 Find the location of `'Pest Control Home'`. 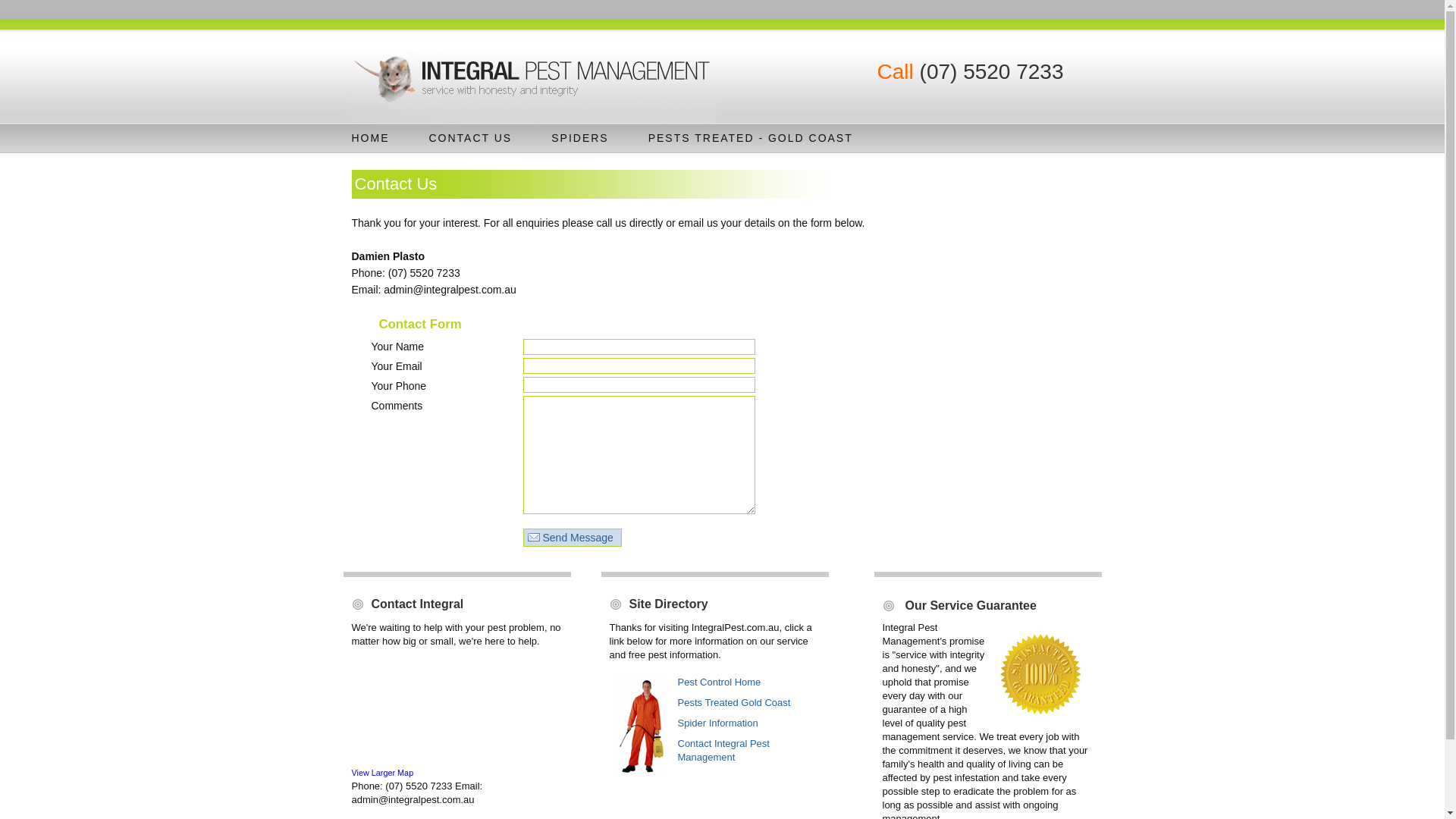

'Pest Control Home' is located at coordinates (719, 681).